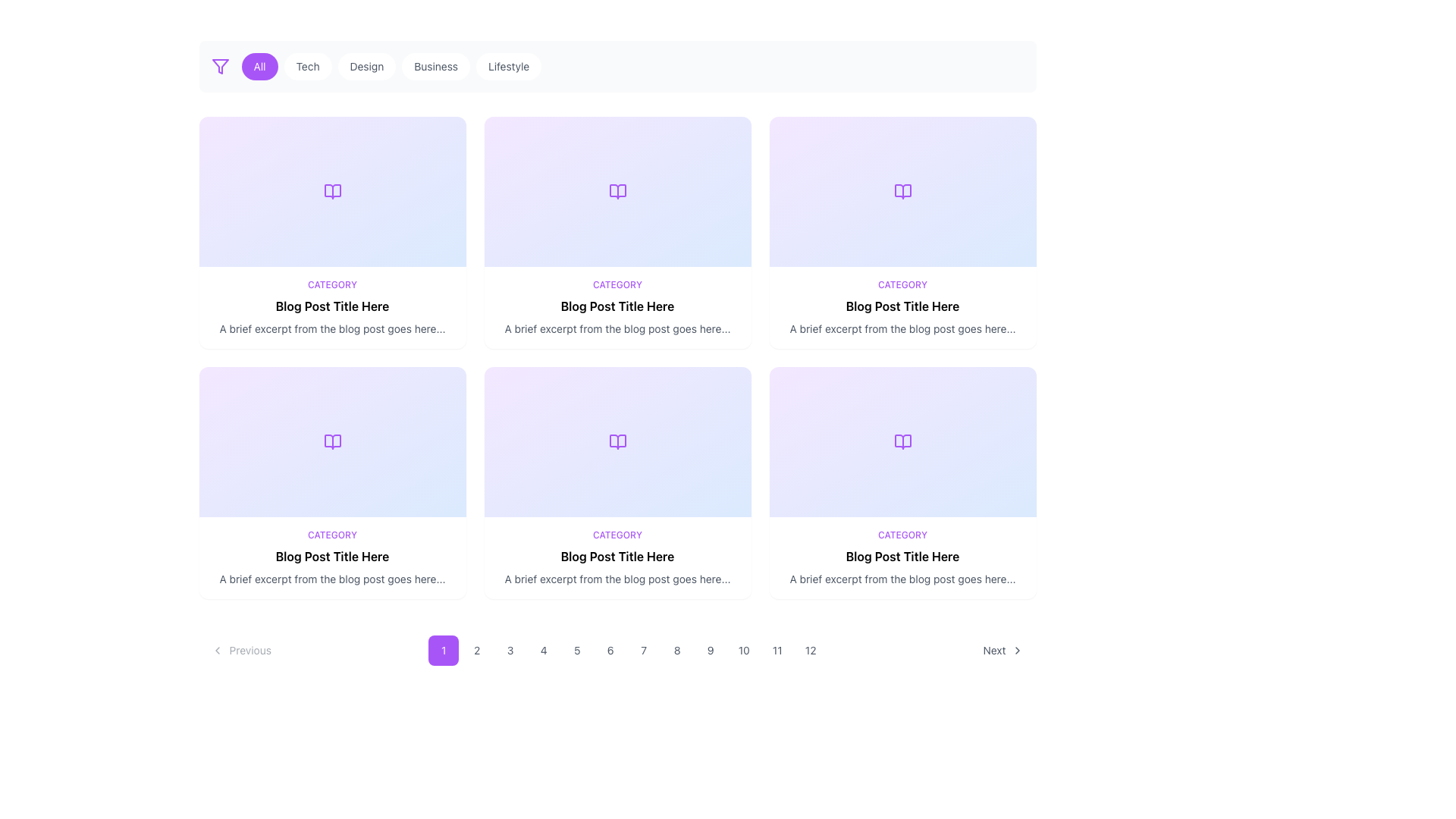 Image resolution: width=1456 pixels, height=819 pixels. What do you see at coordinates (777, 649) in the screenshot?
I see `the eleventh navigation button located between the buttons labeled '10' and '12'` at bounding box center [777, 649].